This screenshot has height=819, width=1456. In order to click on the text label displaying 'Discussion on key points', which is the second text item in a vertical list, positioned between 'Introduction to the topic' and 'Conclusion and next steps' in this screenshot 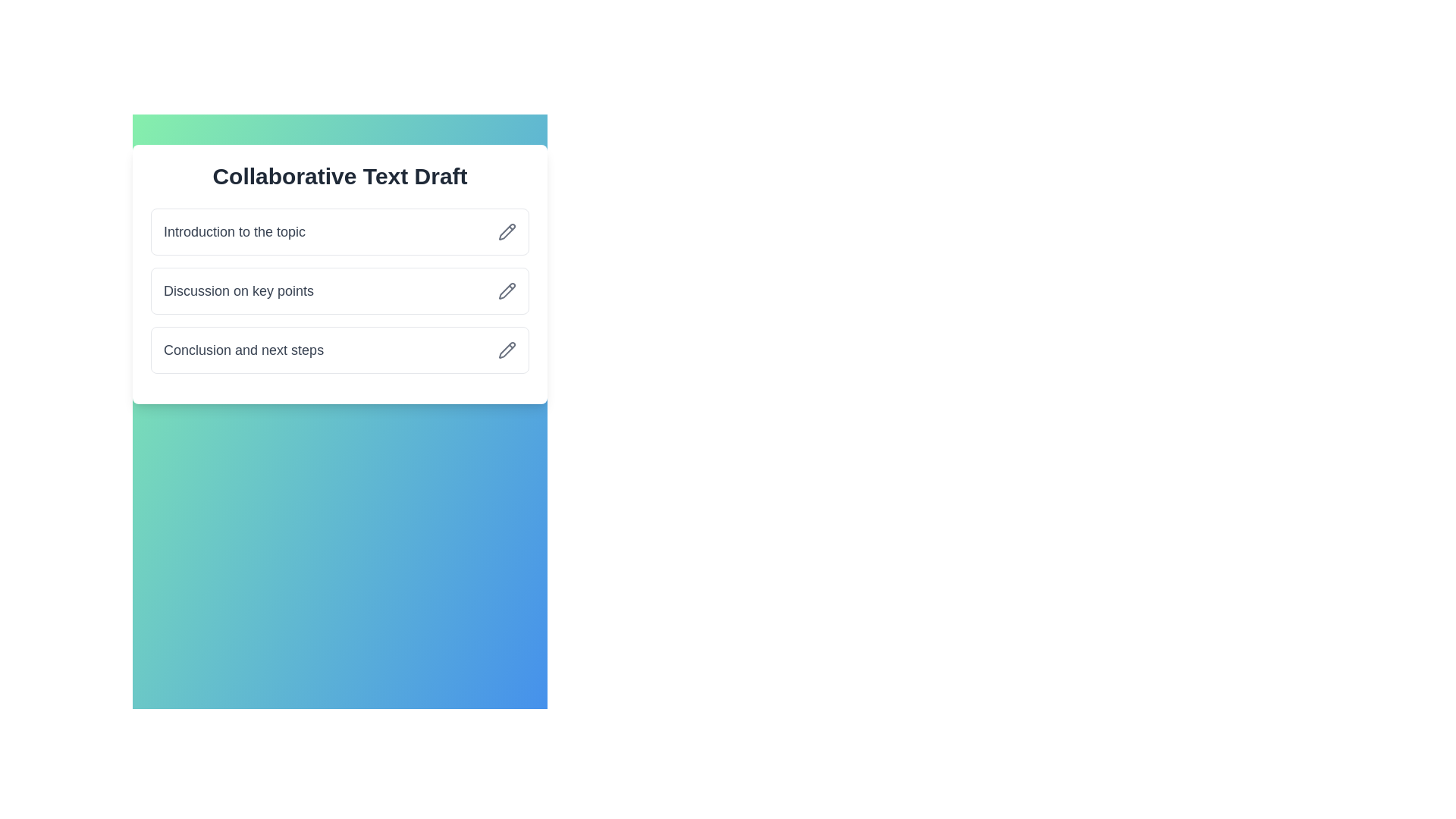, I will do `click(238, 291)`.